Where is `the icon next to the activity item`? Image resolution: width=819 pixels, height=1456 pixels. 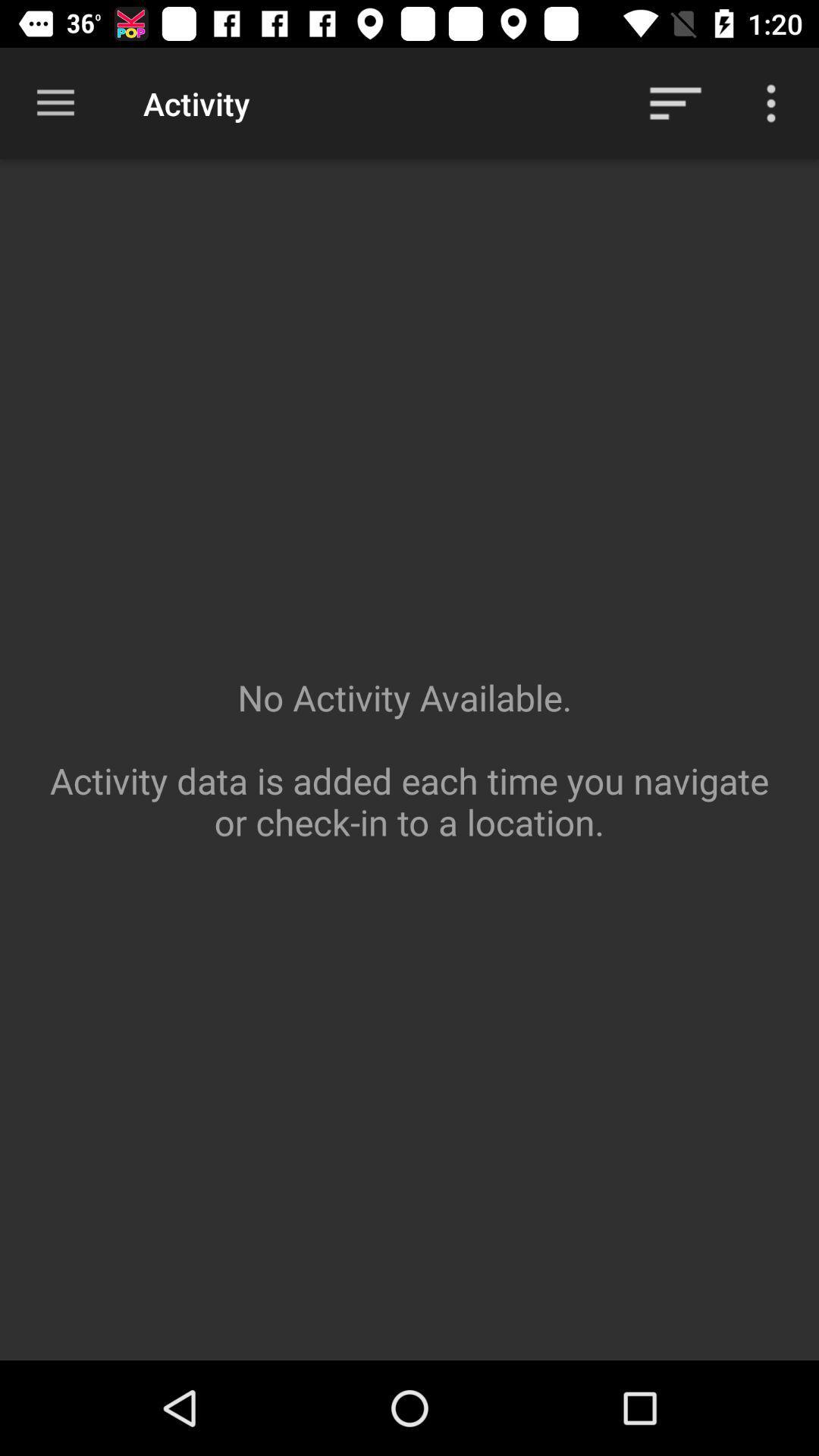
the icon next to the activity item is located at coordinates (675, 102).